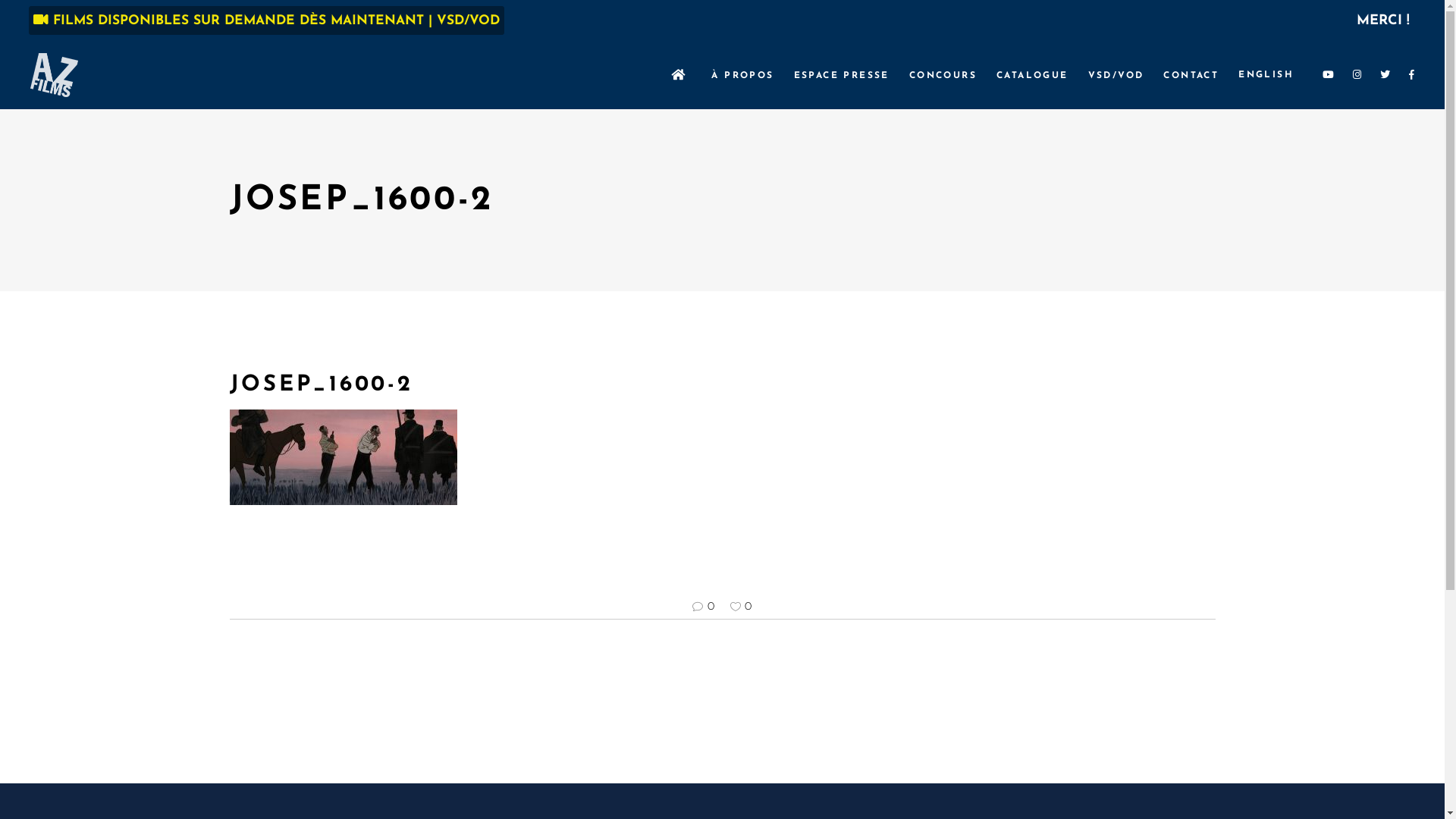 Image resolution: width=1456 pixels, height=819 pixels. What do you see at coordinates (1031, 75) in the screenshot?
I see `'CATALOGUE'` at bounding box center [1031, 75].